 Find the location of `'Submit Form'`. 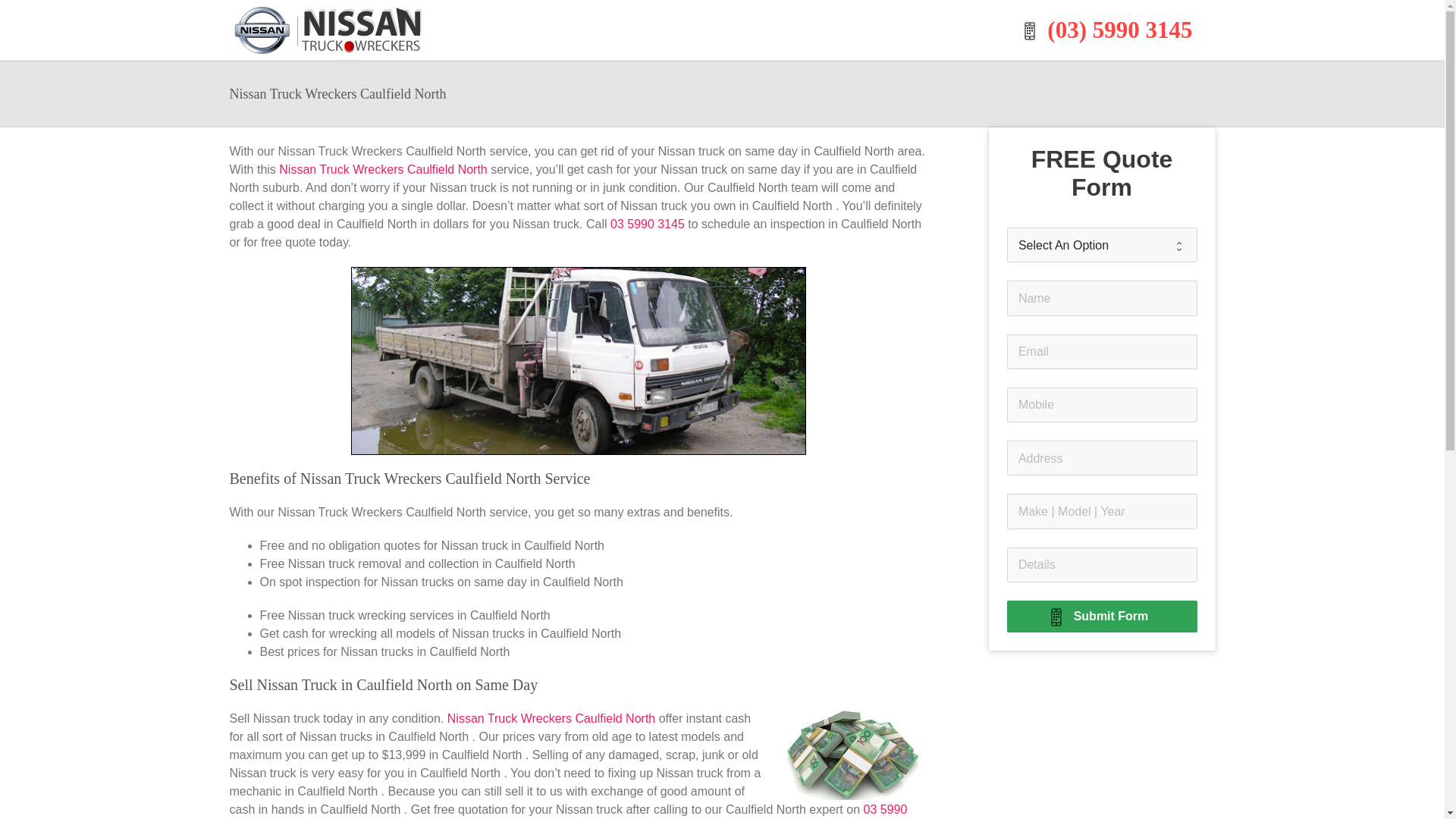

'Submit Form' is located at coordinates (1102, 617).